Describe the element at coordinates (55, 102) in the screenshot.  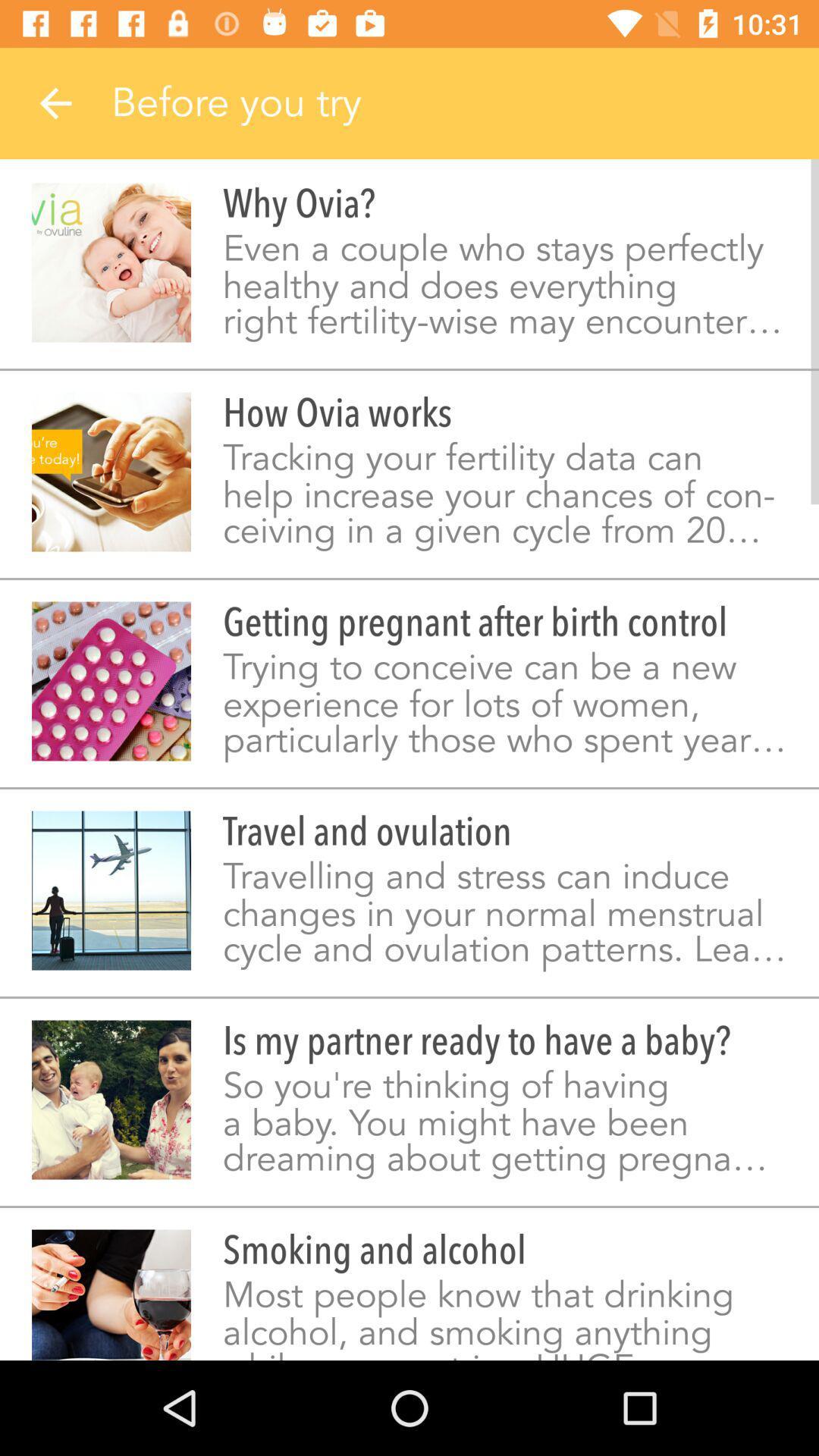
I see `item to the left of before you try icon` at that location.